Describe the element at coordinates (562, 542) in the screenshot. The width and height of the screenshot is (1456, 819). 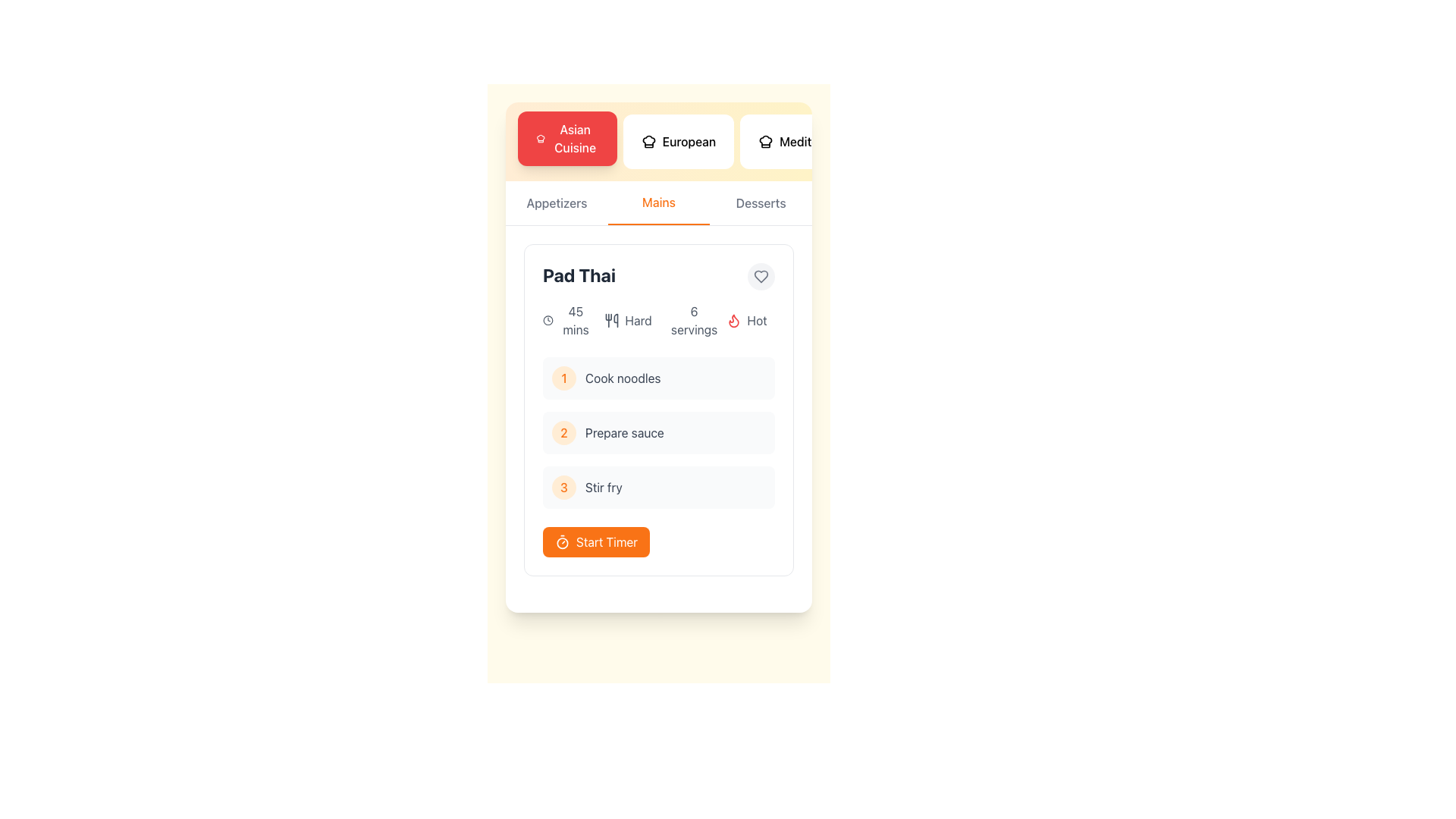
I see `the SVG circle element that is part of the timer icon located just above the 'Start Timer' button in the 'Pad Thai' recipe step interface` at that location.